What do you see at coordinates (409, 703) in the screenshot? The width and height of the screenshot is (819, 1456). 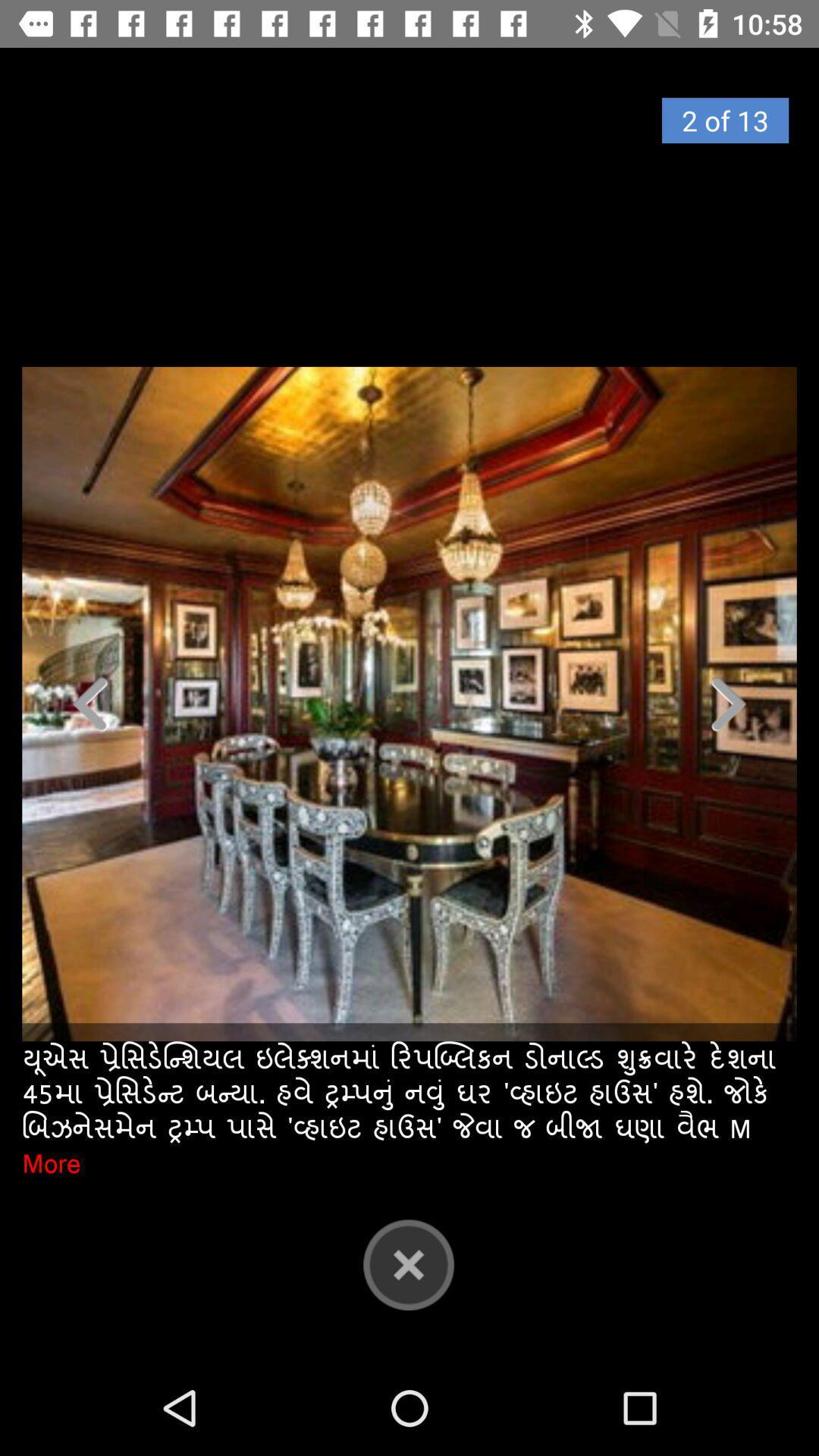 I see `click the page` at bounding box center [409, 703].